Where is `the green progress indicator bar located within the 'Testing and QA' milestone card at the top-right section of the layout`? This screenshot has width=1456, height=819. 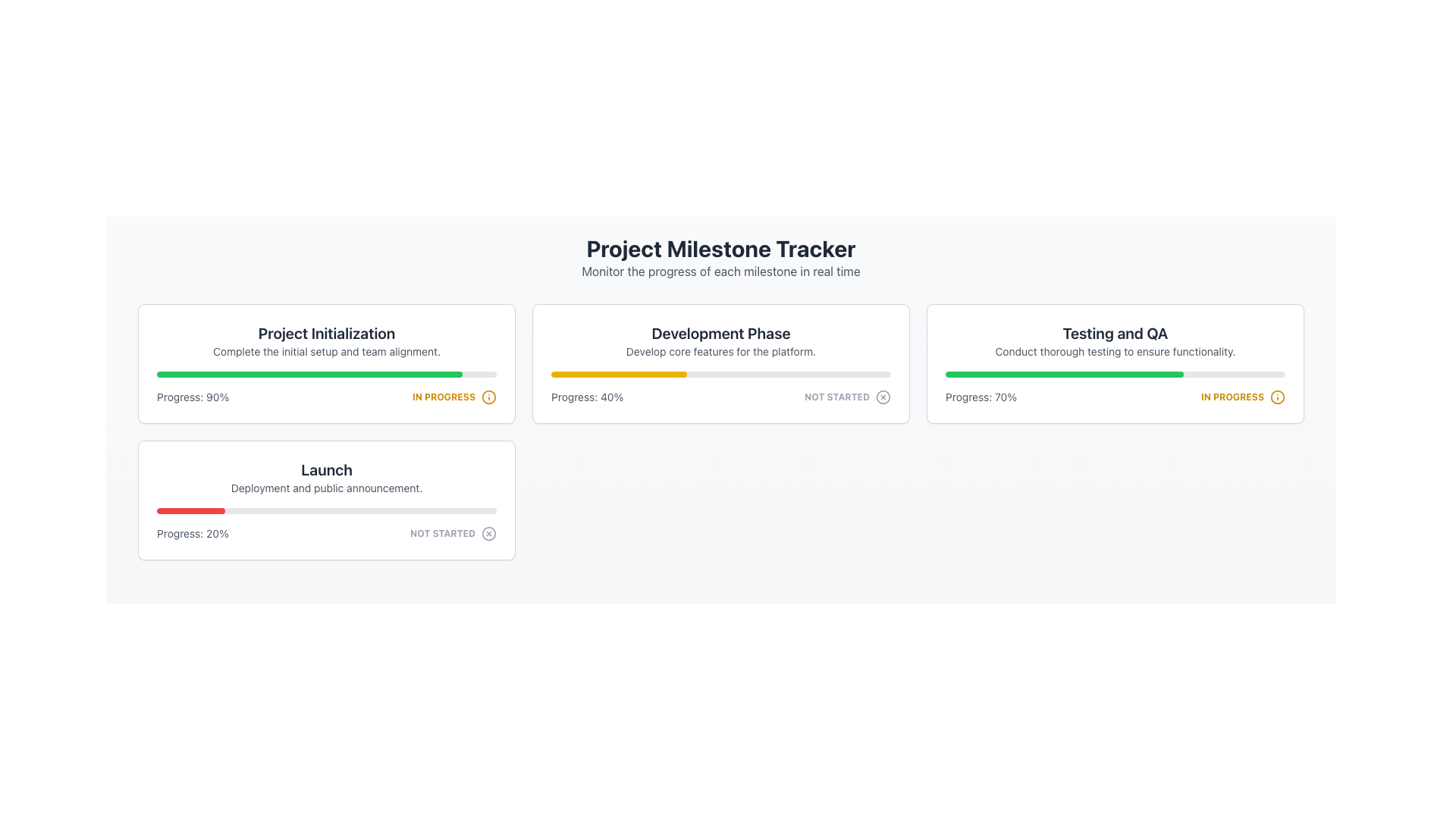
the green progress indicator bar located within the 'Testing and QA' milestone card at the top-right section of the layout is located at coordinates (309, 374).